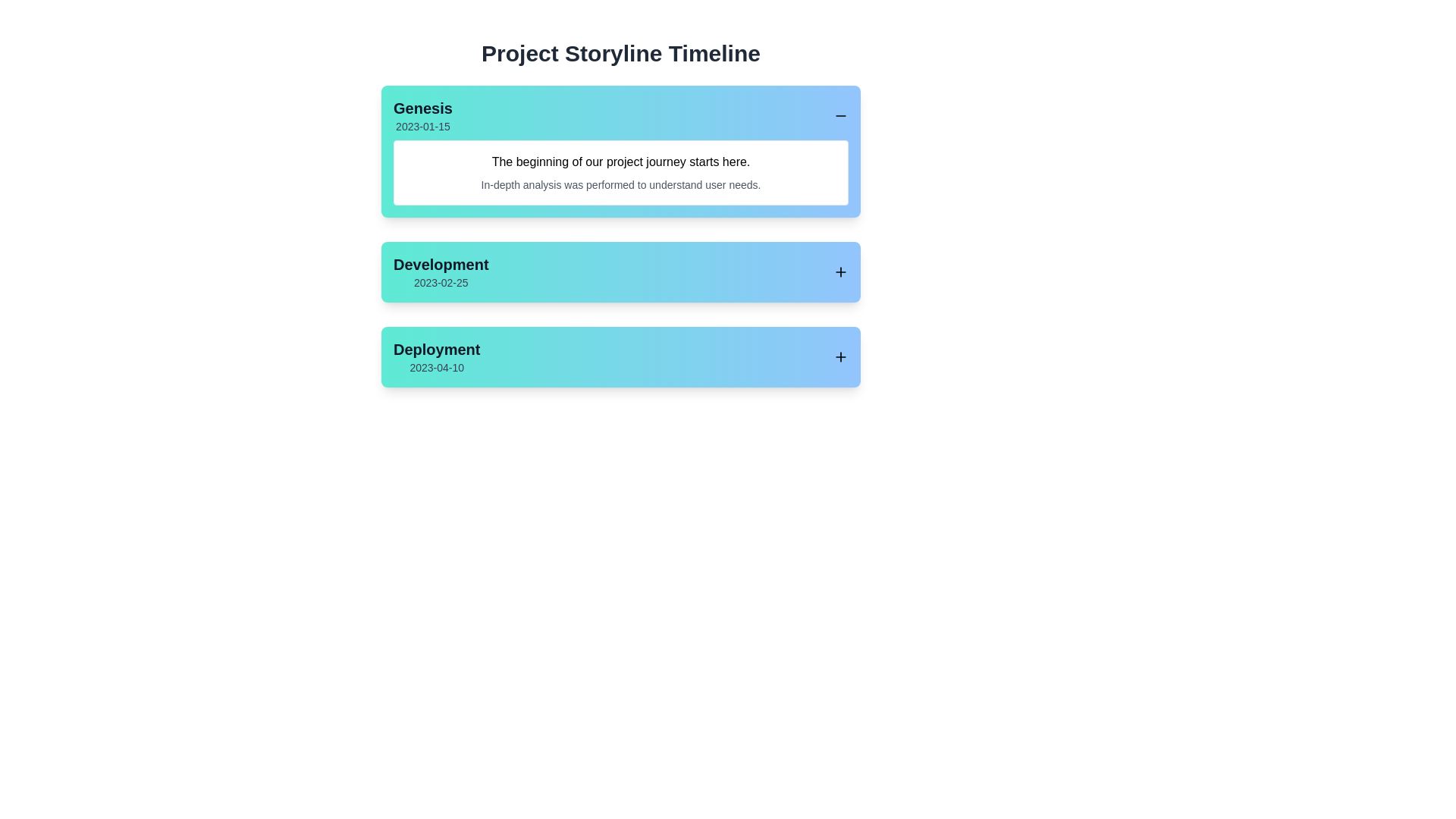 The width and height of the screenshot is (1456, 819). Describe the element at coordinates (839, 115) in the screenshot. I see `the horizontal line icon resembling a minus sign located in the upper-right corner of the 'Genesis 2023-01-15' section` at that location.